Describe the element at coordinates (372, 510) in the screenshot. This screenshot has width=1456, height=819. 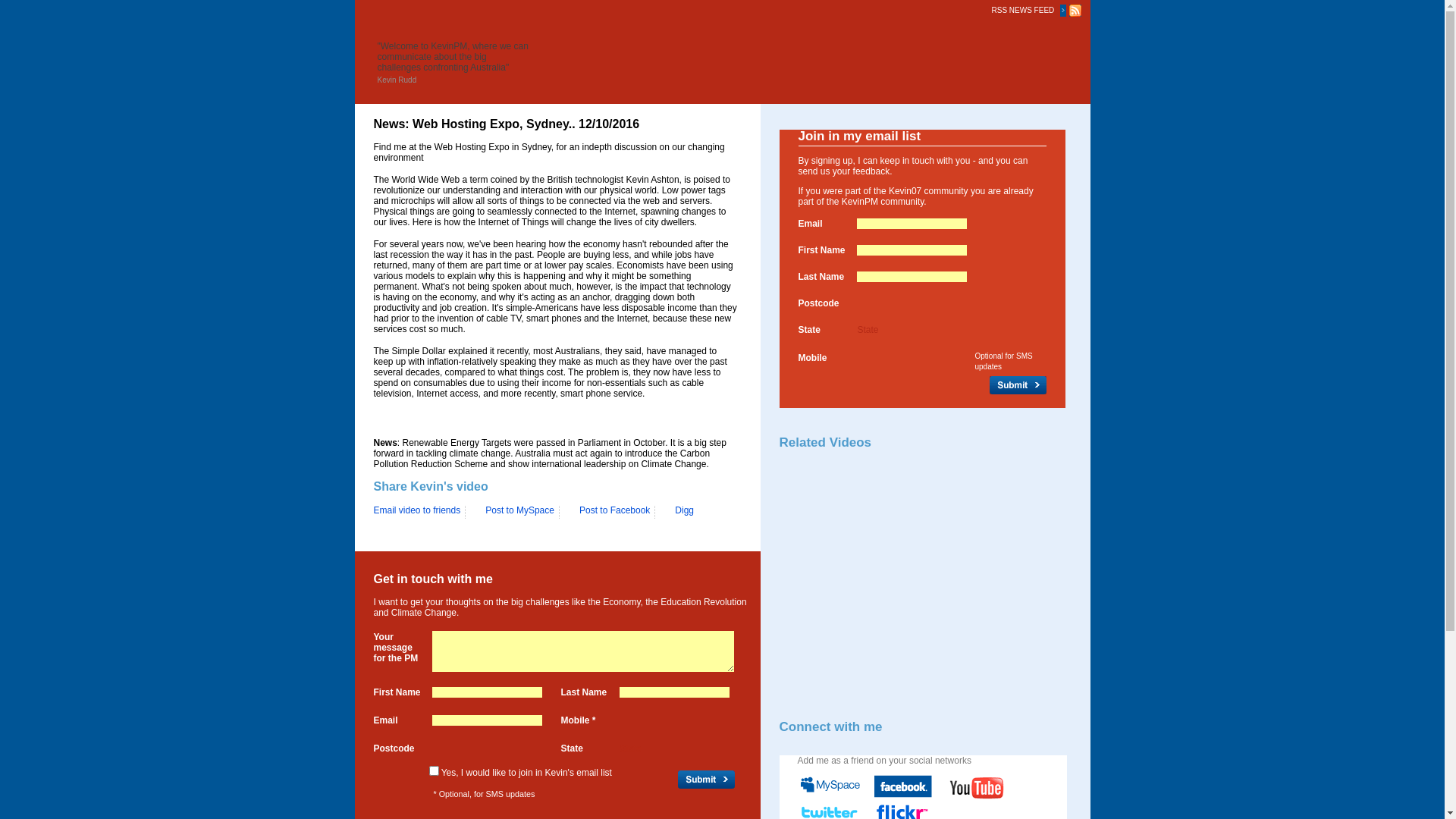
I see `'Email video to friends'` at that location.